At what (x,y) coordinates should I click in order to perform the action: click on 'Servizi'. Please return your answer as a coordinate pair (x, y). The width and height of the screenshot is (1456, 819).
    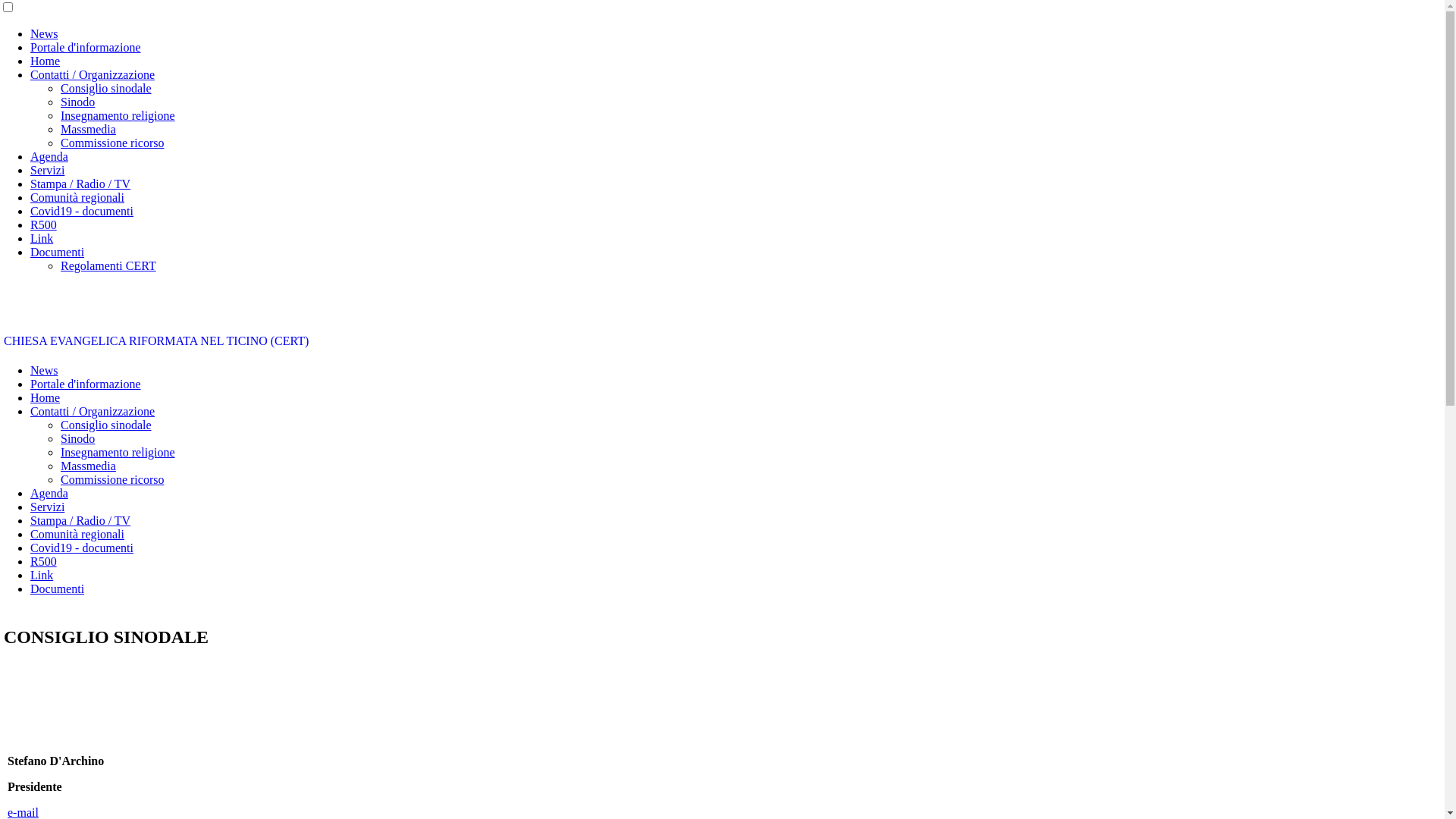
    Looking at the image, I should click on (30, 507).